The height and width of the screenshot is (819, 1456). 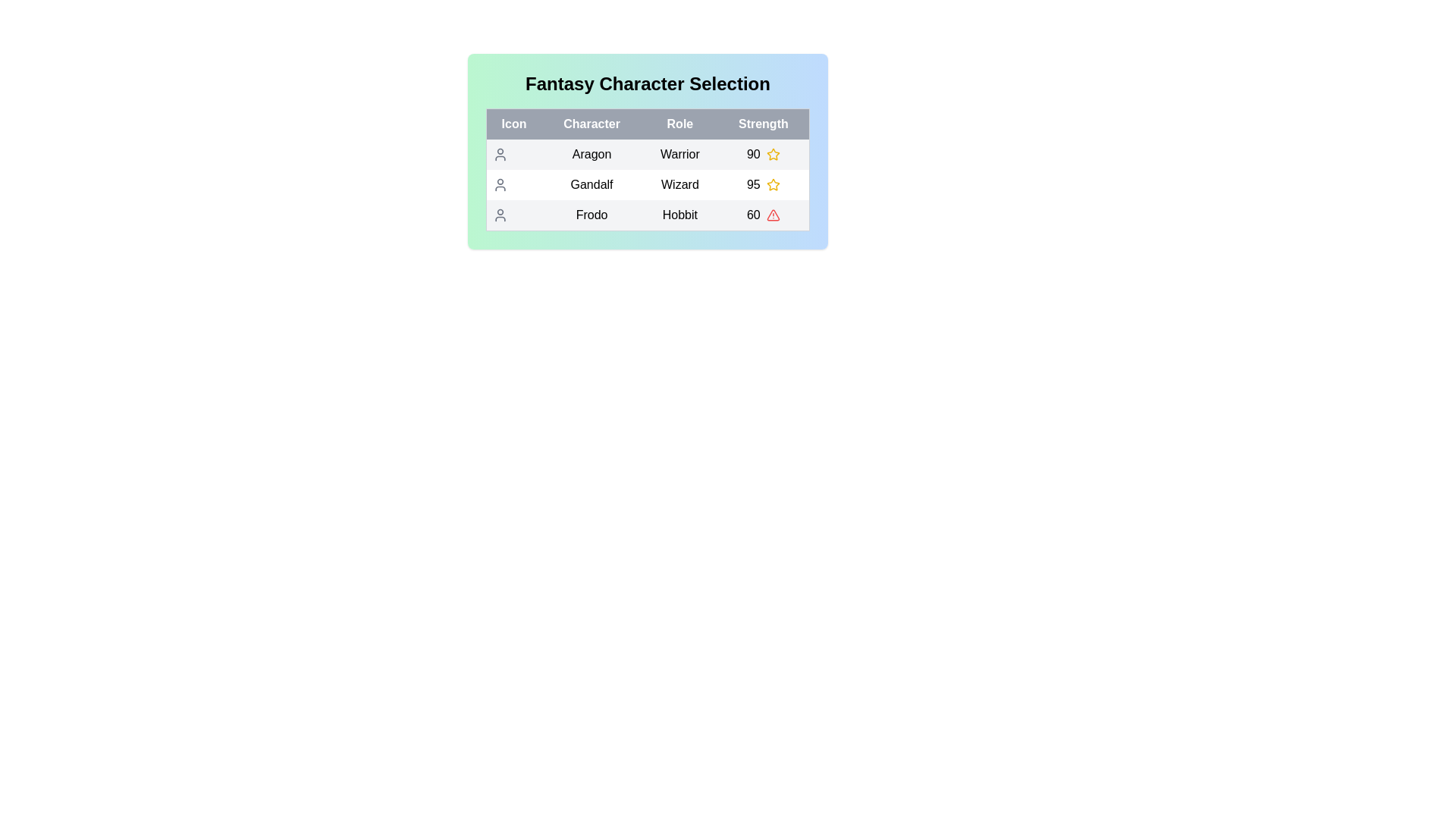 I want to click on the row corresponding to Frodo to select the character, so click(x=648, y=215).